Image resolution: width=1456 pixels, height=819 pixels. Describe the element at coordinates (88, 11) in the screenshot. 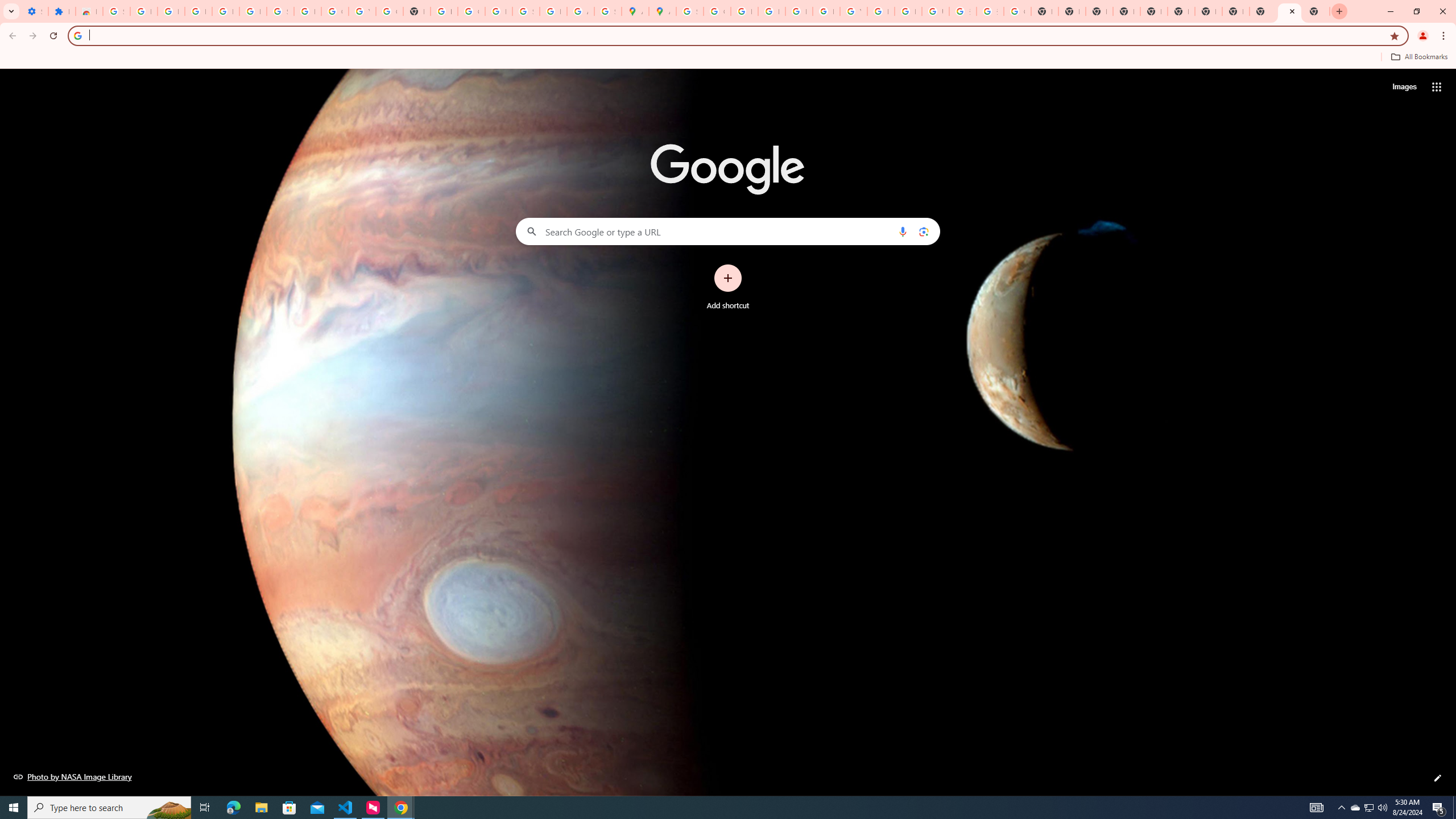

I see `'Reviews: Helix Fruit Jump Arcade Game'` at that location.